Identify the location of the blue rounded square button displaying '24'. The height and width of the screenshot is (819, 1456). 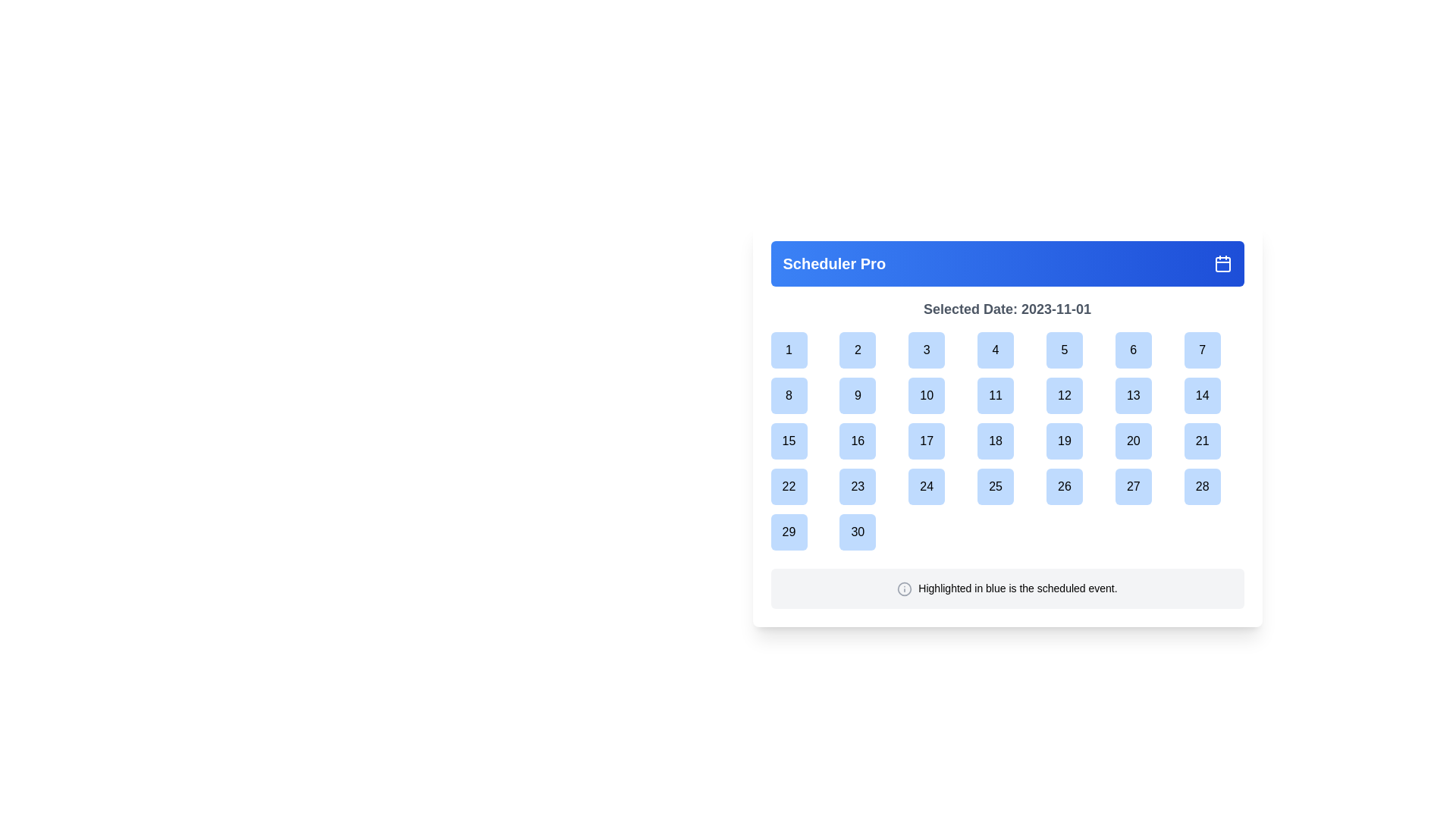
(926, 486).